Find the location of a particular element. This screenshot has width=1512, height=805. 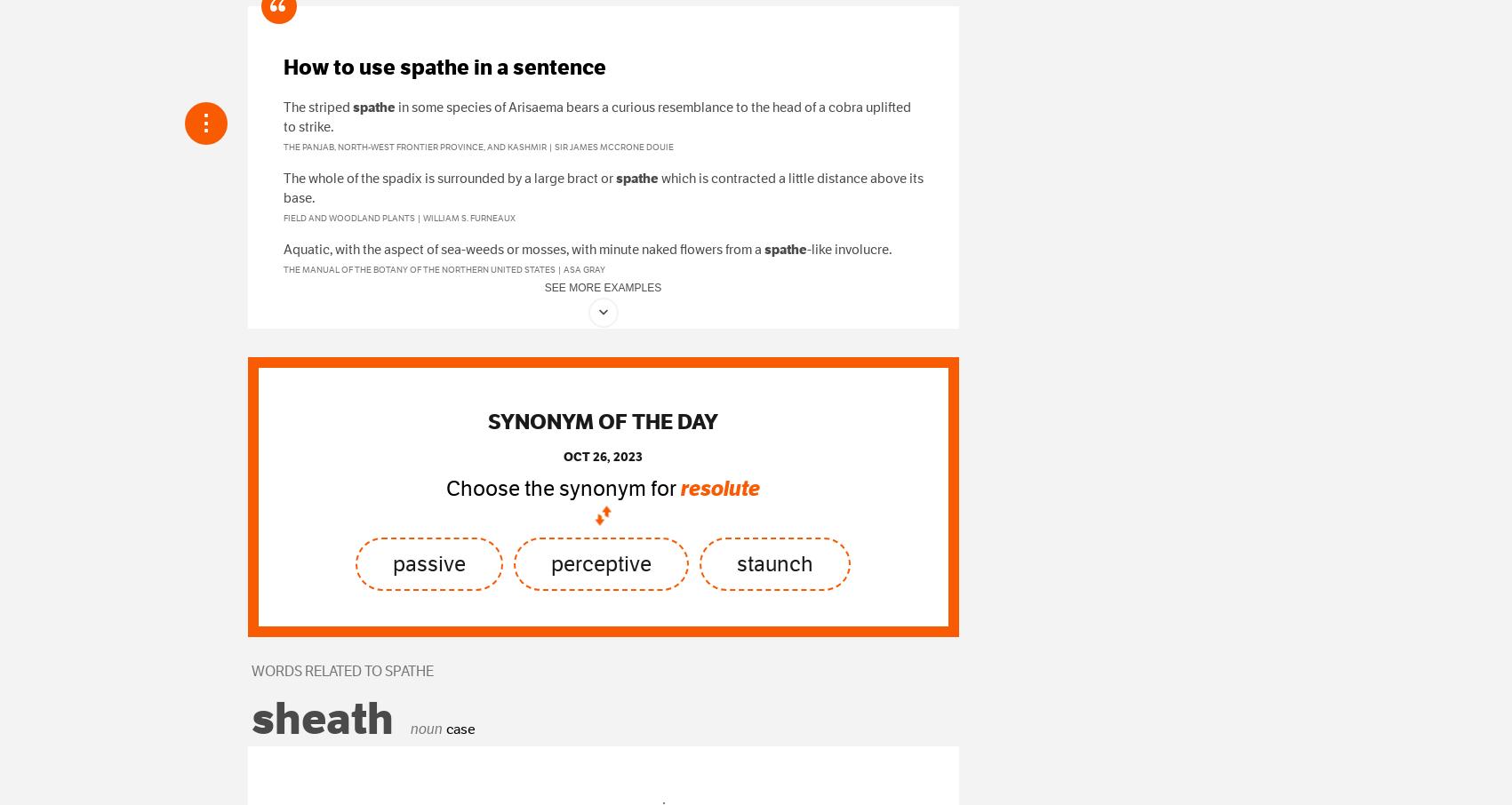

'The striped' is located at coordinates (282, 106).